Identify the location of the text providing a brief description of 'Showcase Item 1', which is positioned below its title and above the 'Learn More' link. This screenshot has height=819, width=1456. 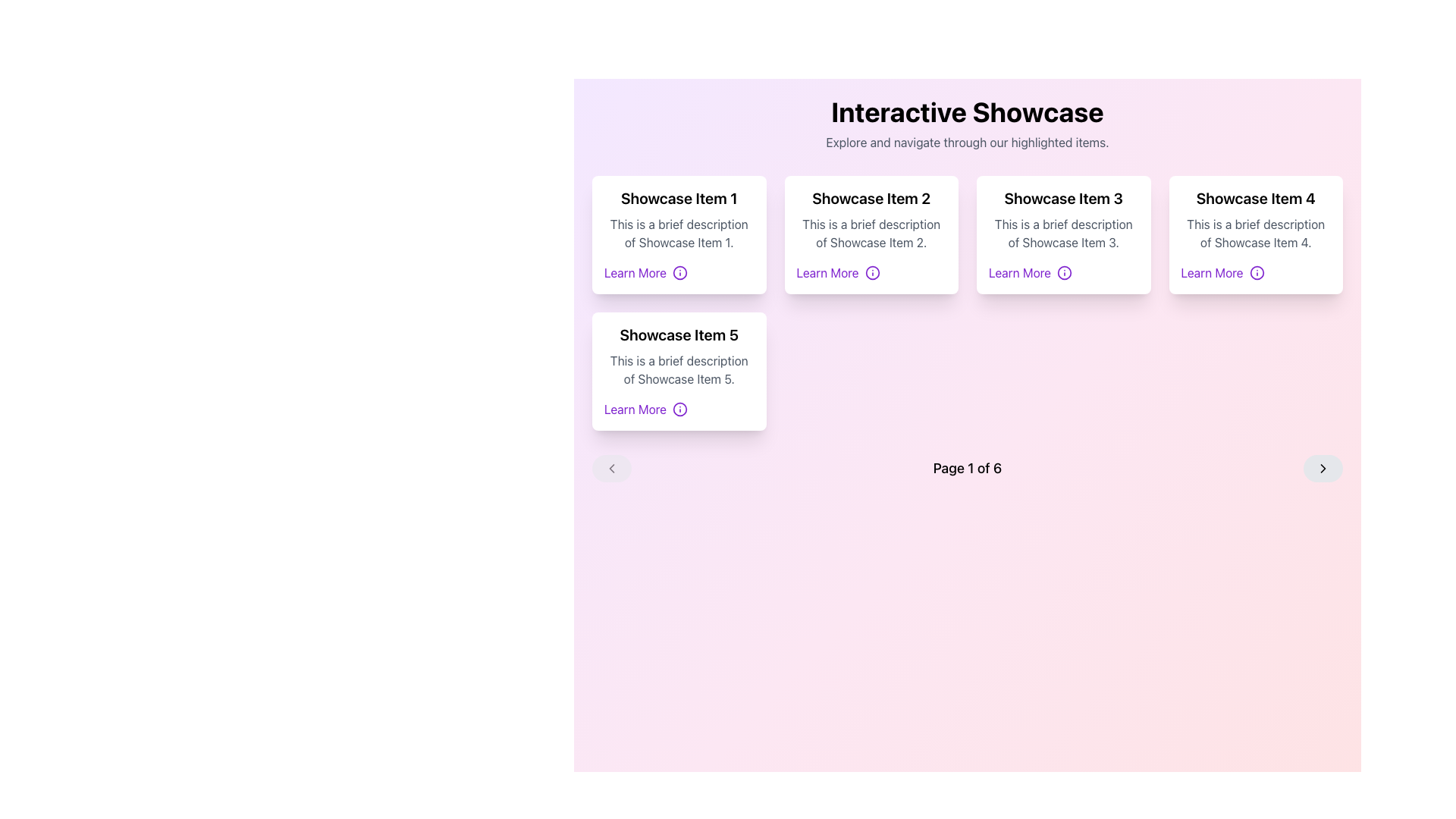
(678, 234).